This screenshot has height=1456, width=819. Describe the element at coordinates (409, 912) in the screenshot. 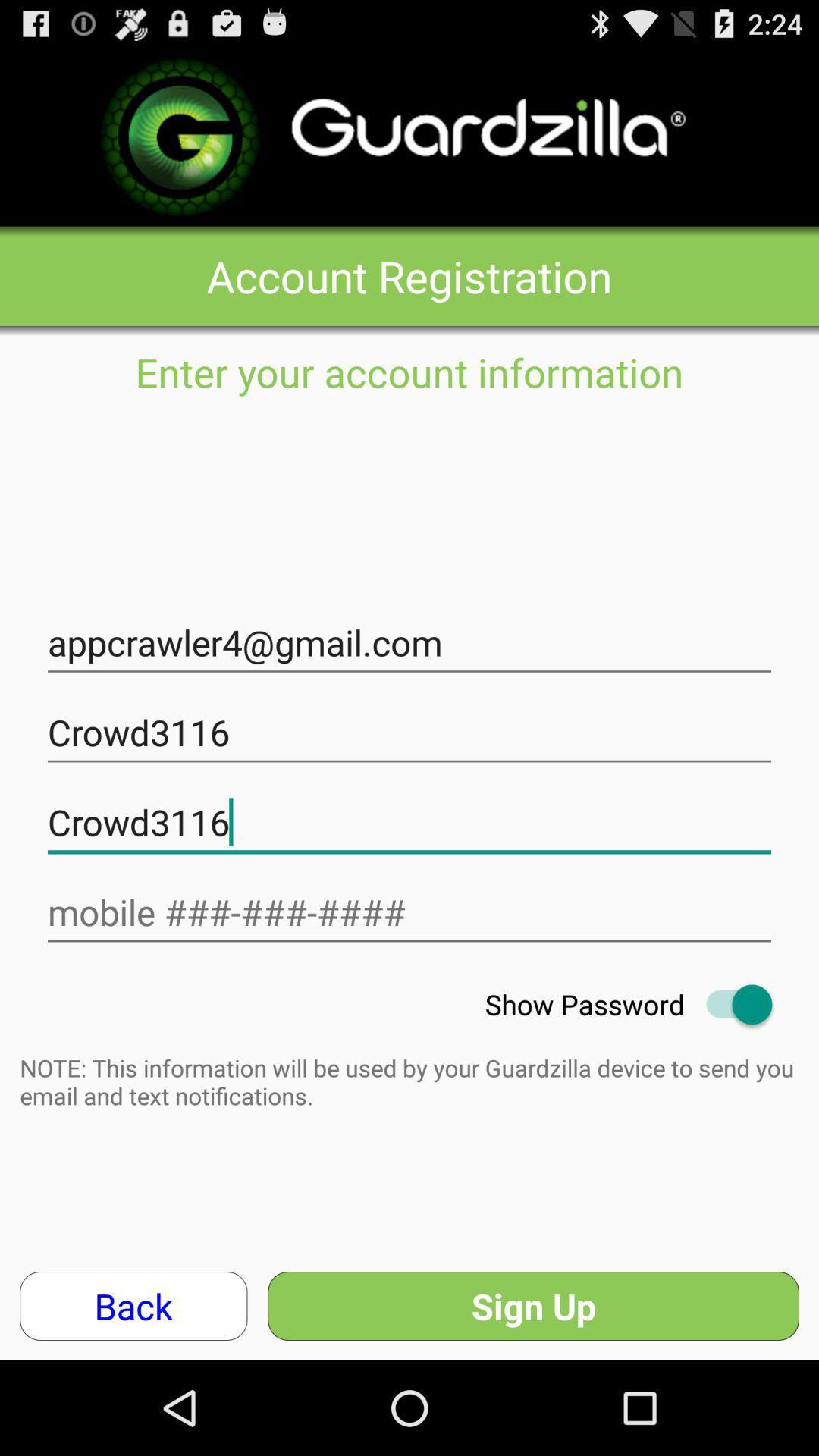

I see `mobile phone number` at that location.